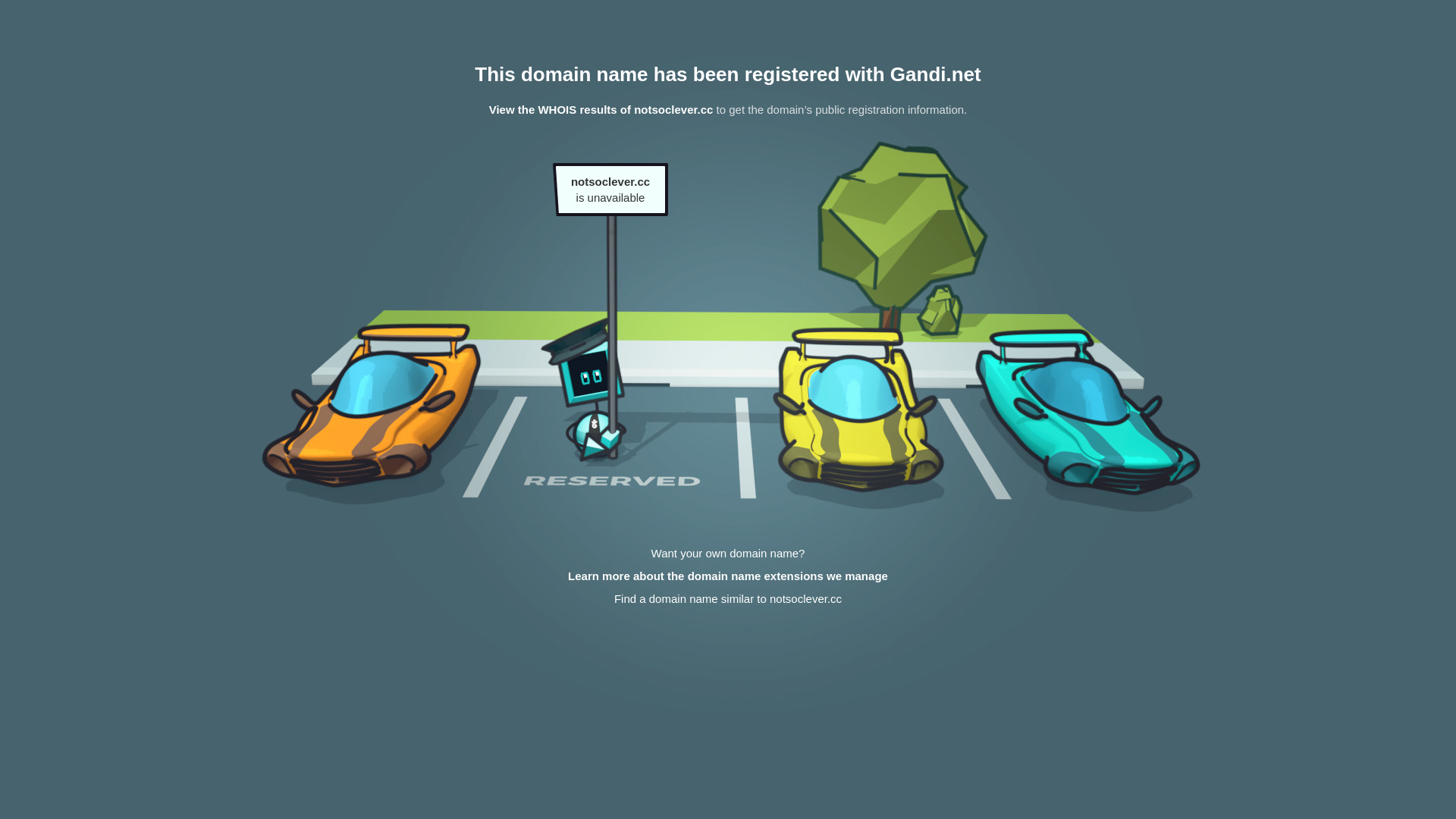  What do you see at coordinates (600, 108) in the screenshot?
I see `'View the WHOIS results of notsoclever.cc'` at bounding box center [600, 108].